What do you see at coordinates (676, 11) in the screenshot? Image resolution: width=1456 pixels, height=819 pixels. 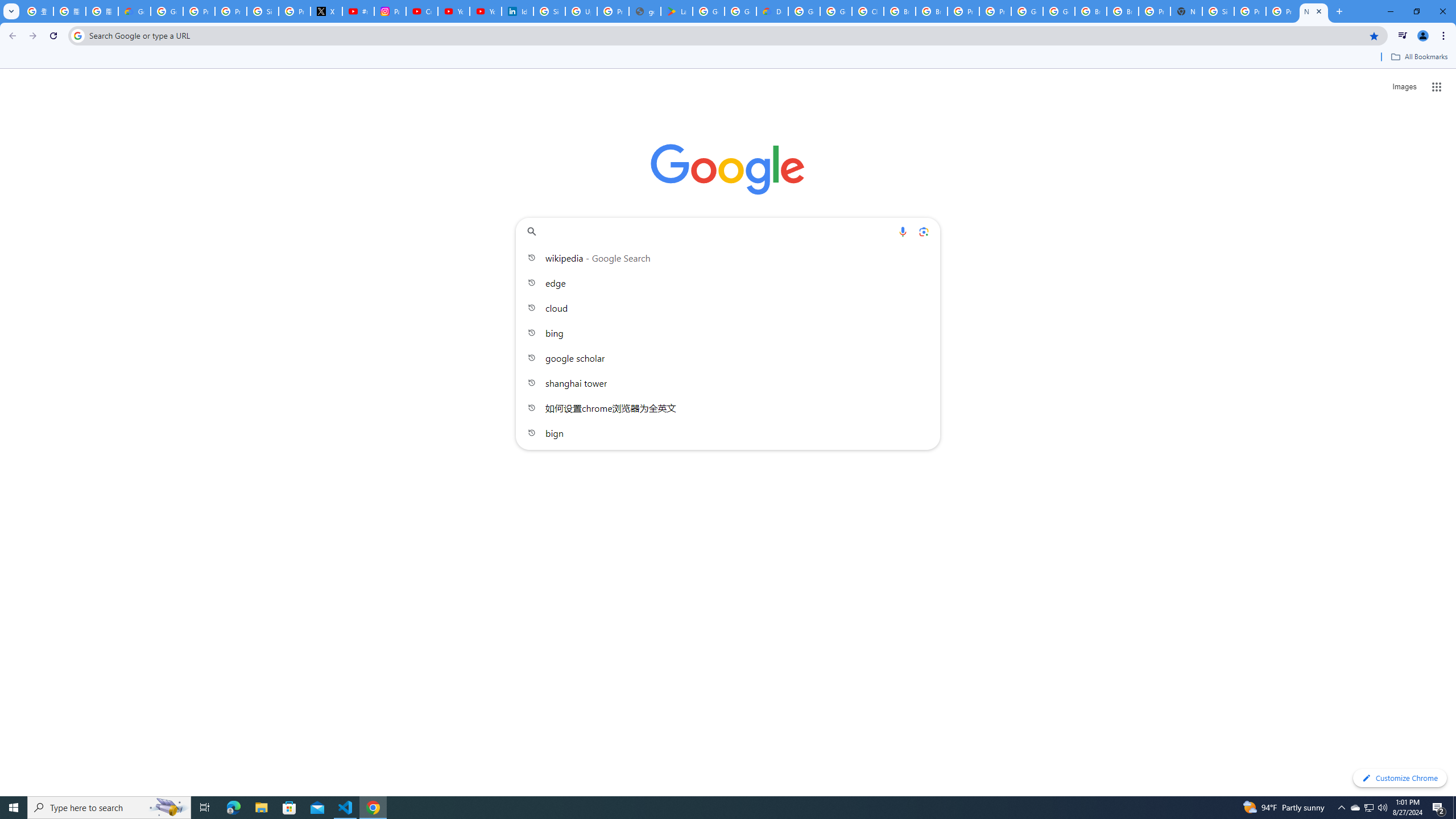 I see `'Last Shelter: Survival - Apps on Google Play'` at bounding box center [676, 11].